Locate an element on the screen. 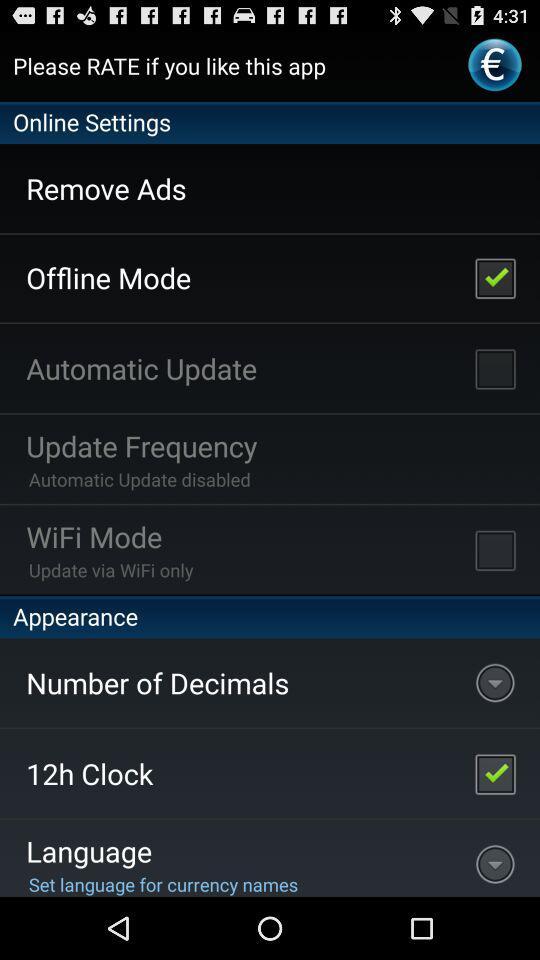 The image size is (540, 960). second check box is located at coordinates (494, 367).